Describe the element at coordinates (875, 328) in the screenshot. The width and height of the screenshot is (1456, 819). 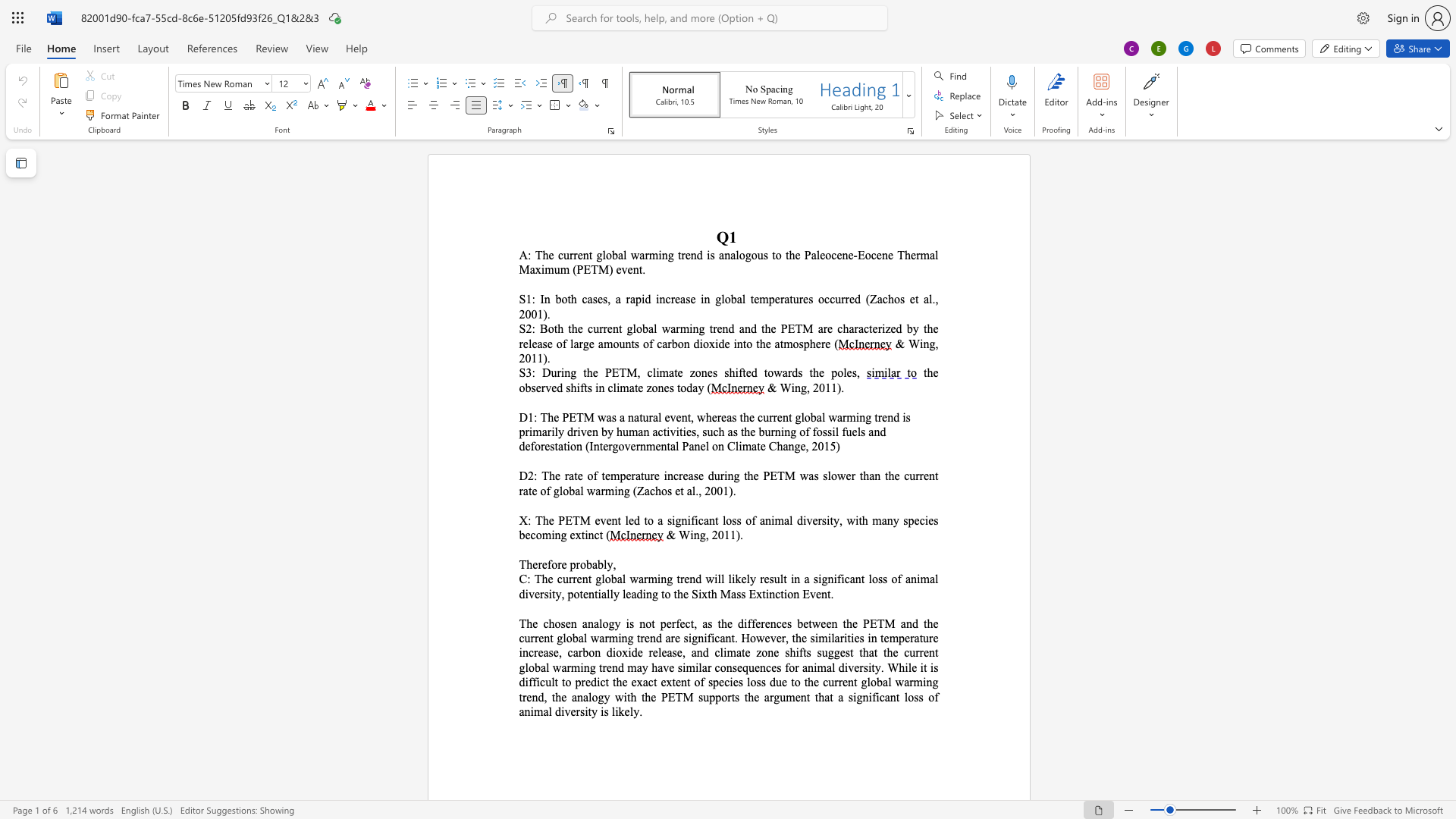
I see `the 2th character "e" in the text` at that location.